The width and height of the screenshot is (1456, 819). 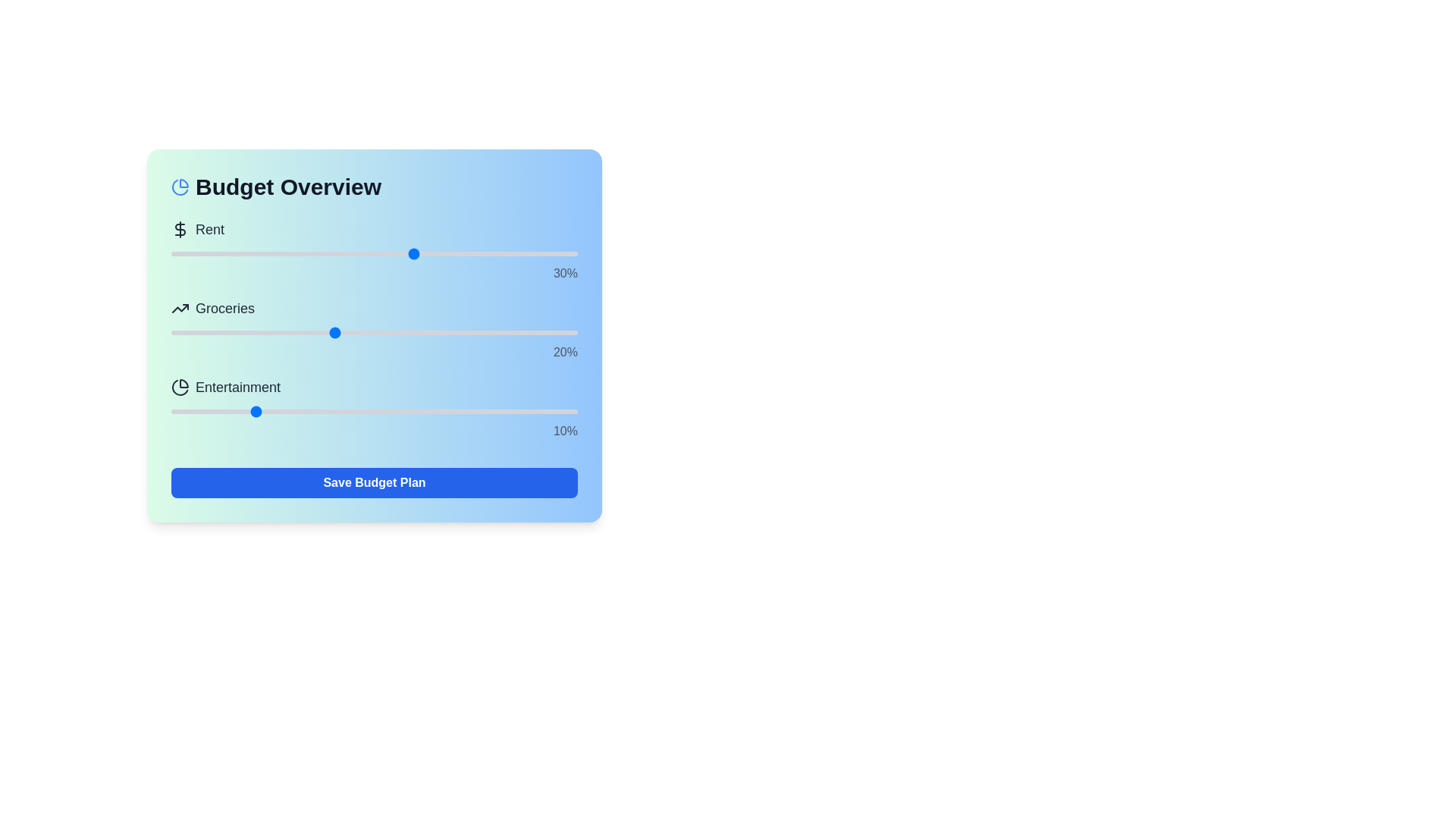 What do you see at coordinates (504, 412) in the screenshot?
I see `the slider` at bounding box center [504, 412].